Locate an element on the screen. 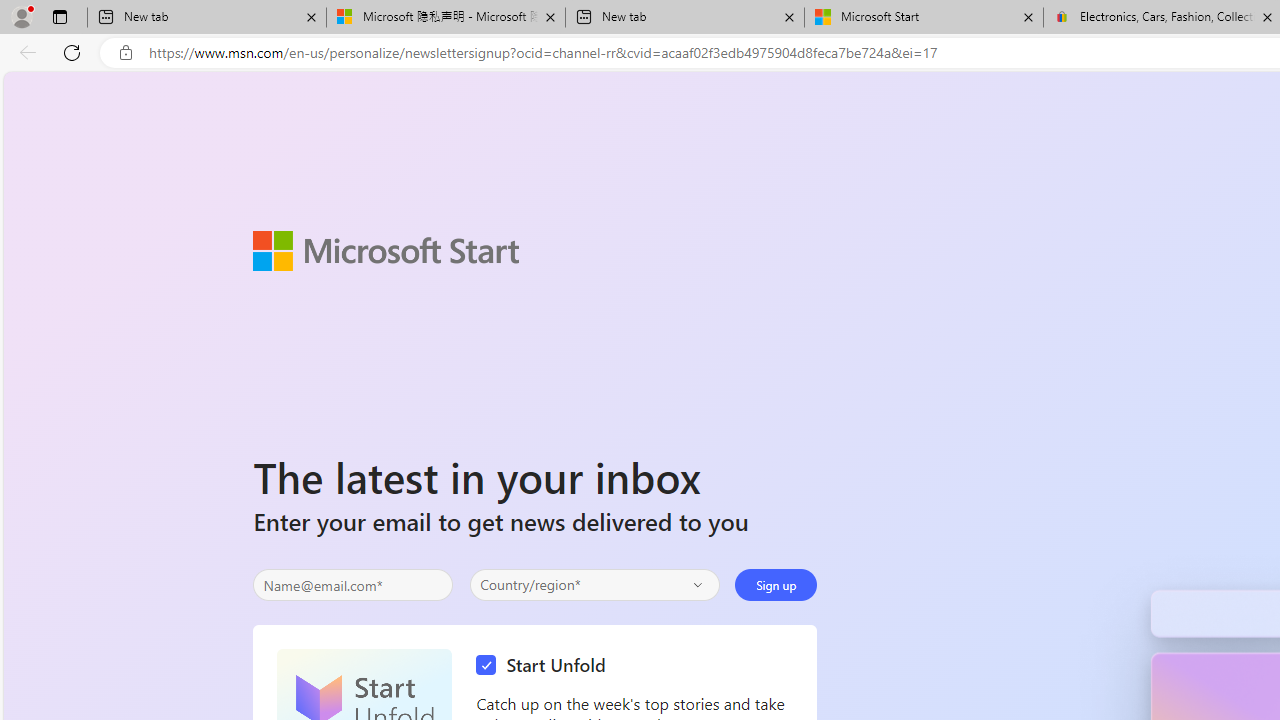 The image size is (1280, 720). 'Select your country' is located at coordinates (594, 585).